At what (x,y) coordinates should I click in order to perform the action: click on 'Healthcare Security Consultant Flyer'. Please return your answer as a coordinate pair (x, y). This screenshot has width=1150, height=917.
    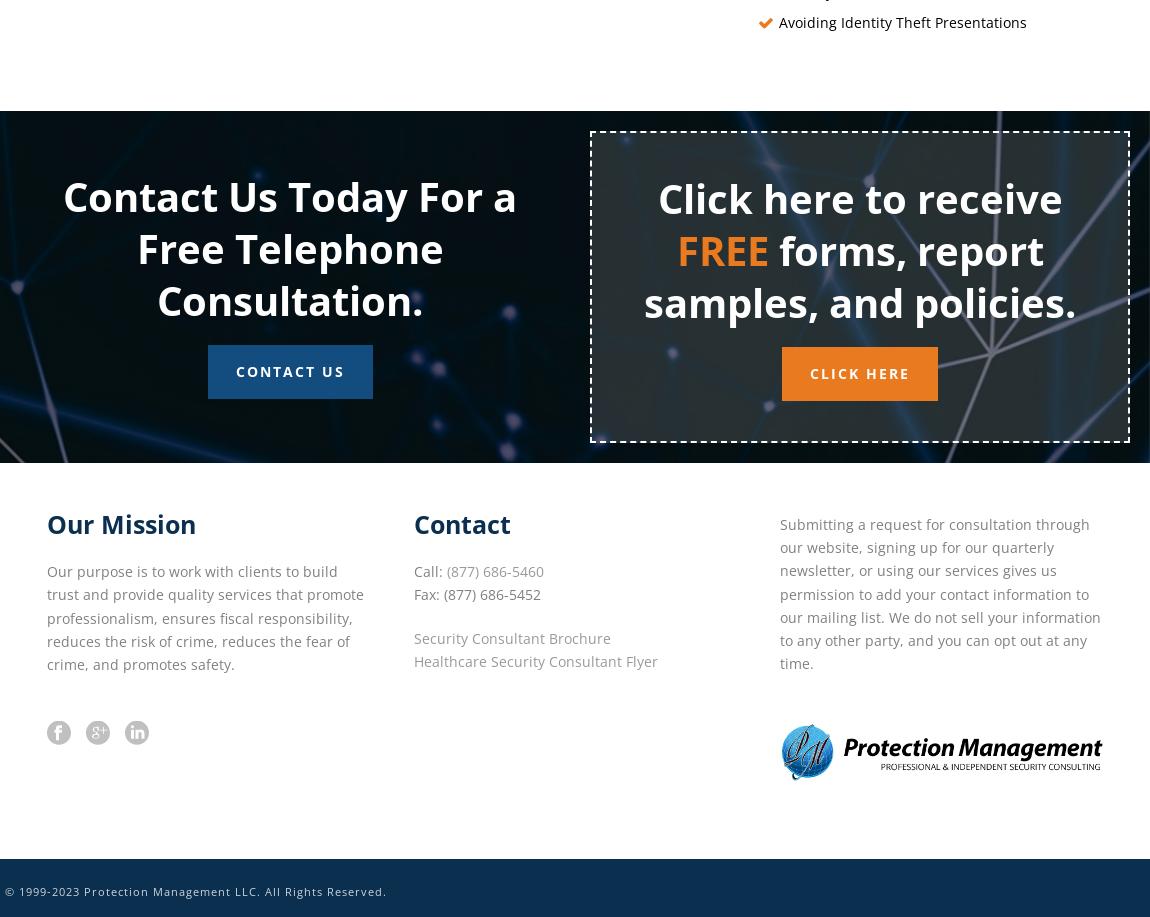
    Looking at the image, I should click on (534, 660).